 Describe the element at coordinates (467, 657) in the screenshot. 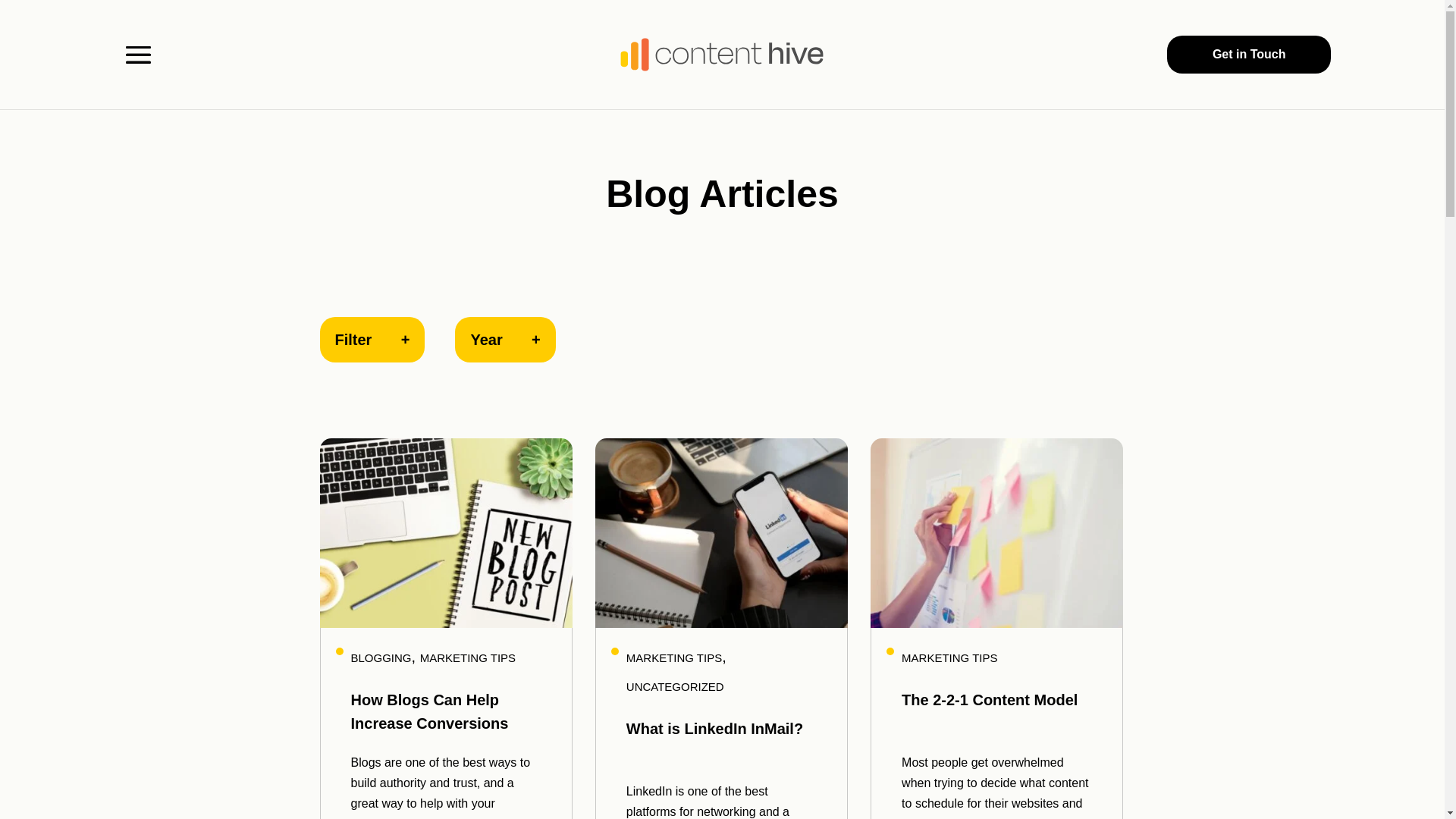

I see `'MARKETING TIPS'` at that location.